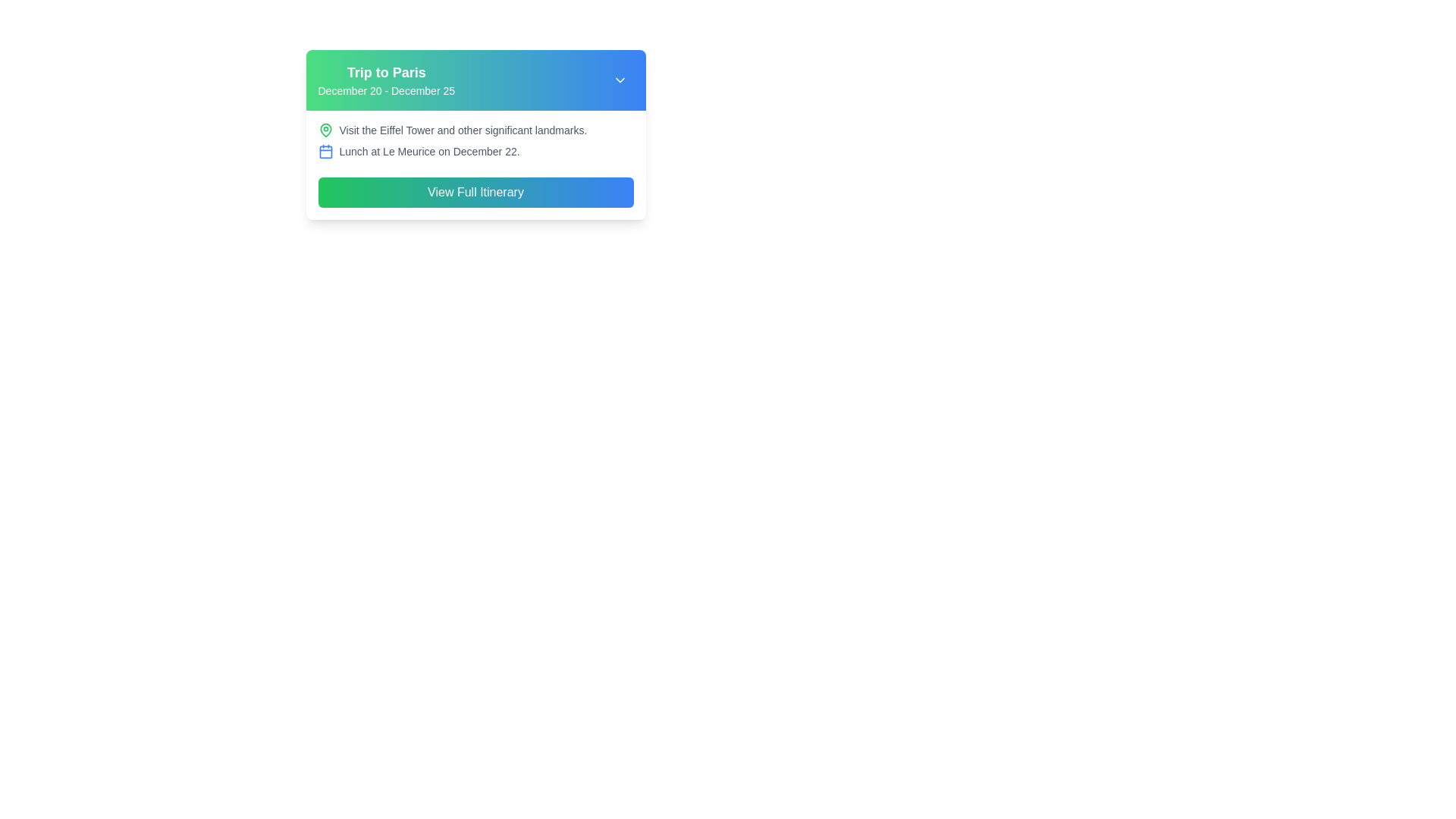 Image resolution: width=1456 pixels, height=819 pixels. I want to click on title and subtitle text displayed in the Textual display element labeled 'Trip to Paris' with the date range 'December 20 - December 25', located at the upper-left region of the section, so click(386, 80).